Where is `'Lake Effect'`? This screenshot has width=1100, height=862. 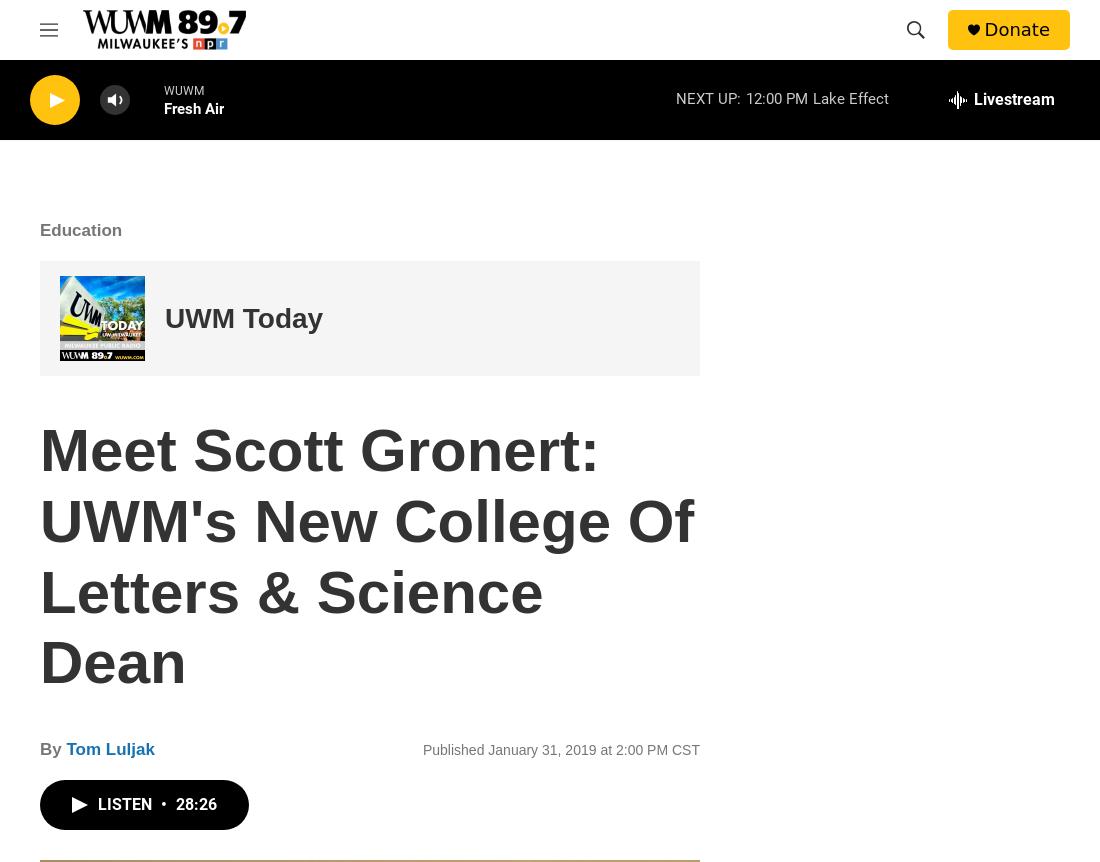 'Lake Effect' is located at coordinates (849, 97).